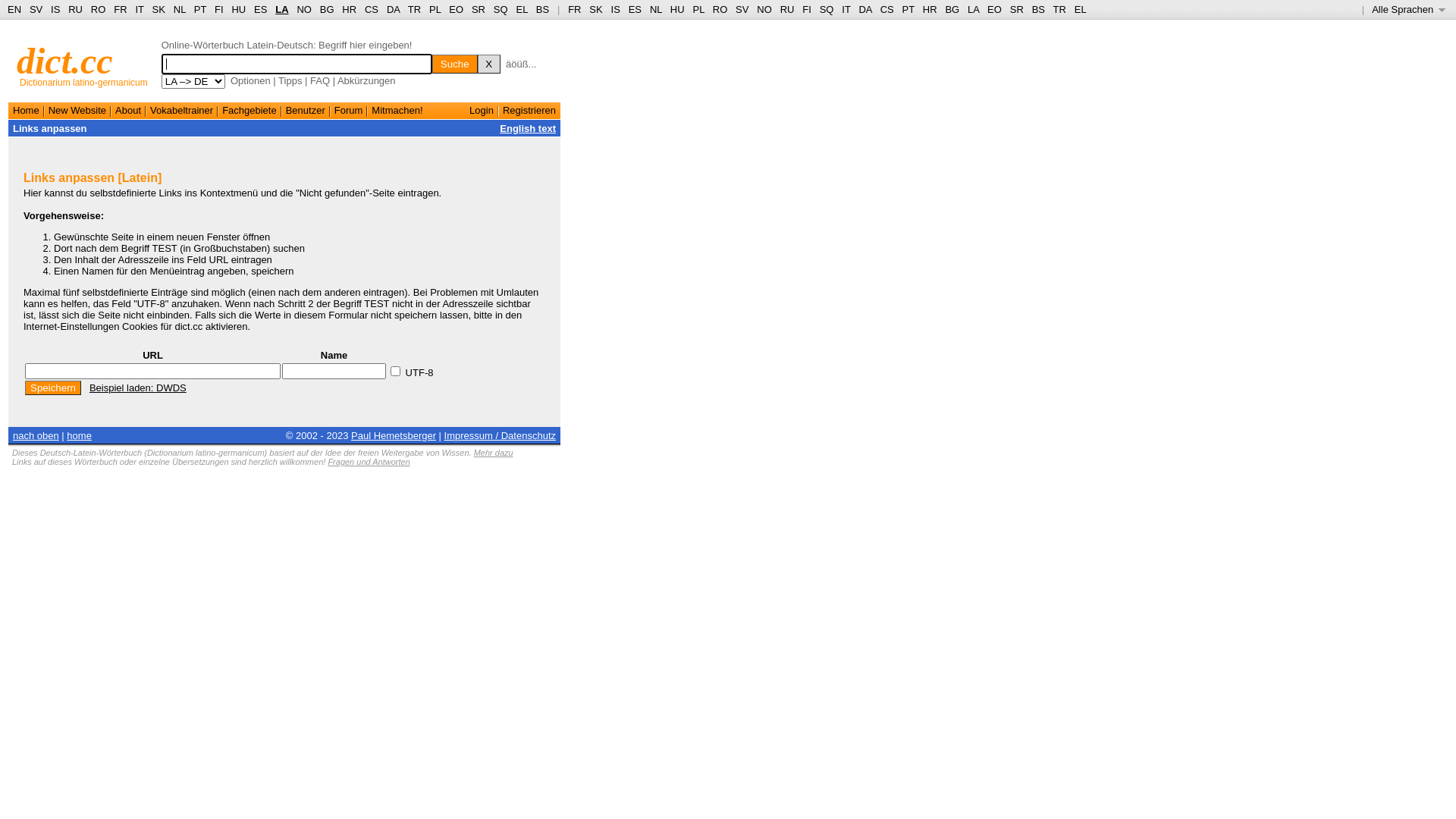 The image size is (1456, 819). What do you see at coordinates (447, 9) in the screenshot?
I see `'EO'` at bounding box center [447, 9].